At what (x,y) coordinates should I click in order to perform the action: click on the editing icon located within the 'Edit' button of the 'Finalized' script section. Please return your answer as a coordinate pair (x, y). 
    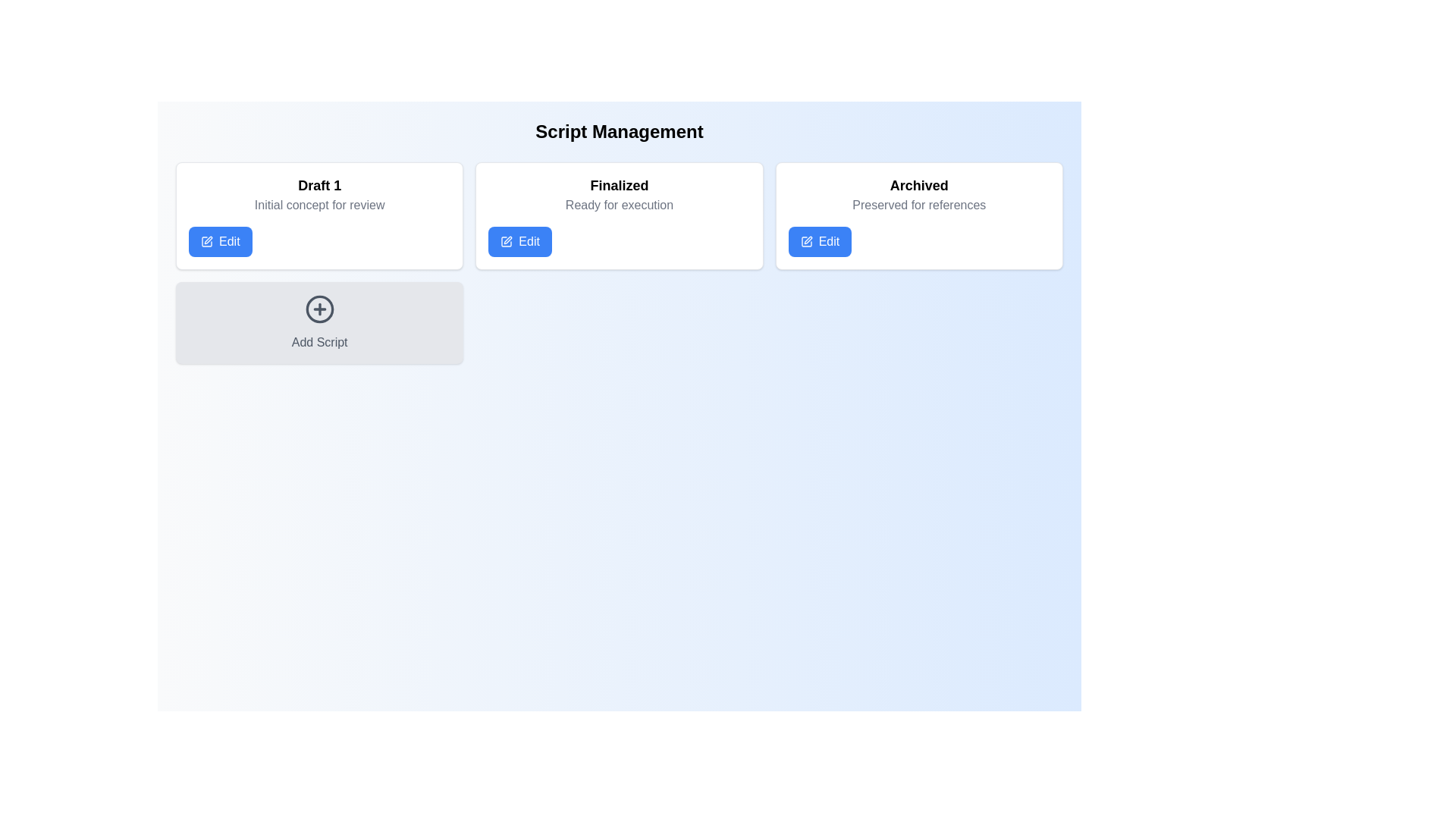
    Looking at the image, I should click on (507, 241).